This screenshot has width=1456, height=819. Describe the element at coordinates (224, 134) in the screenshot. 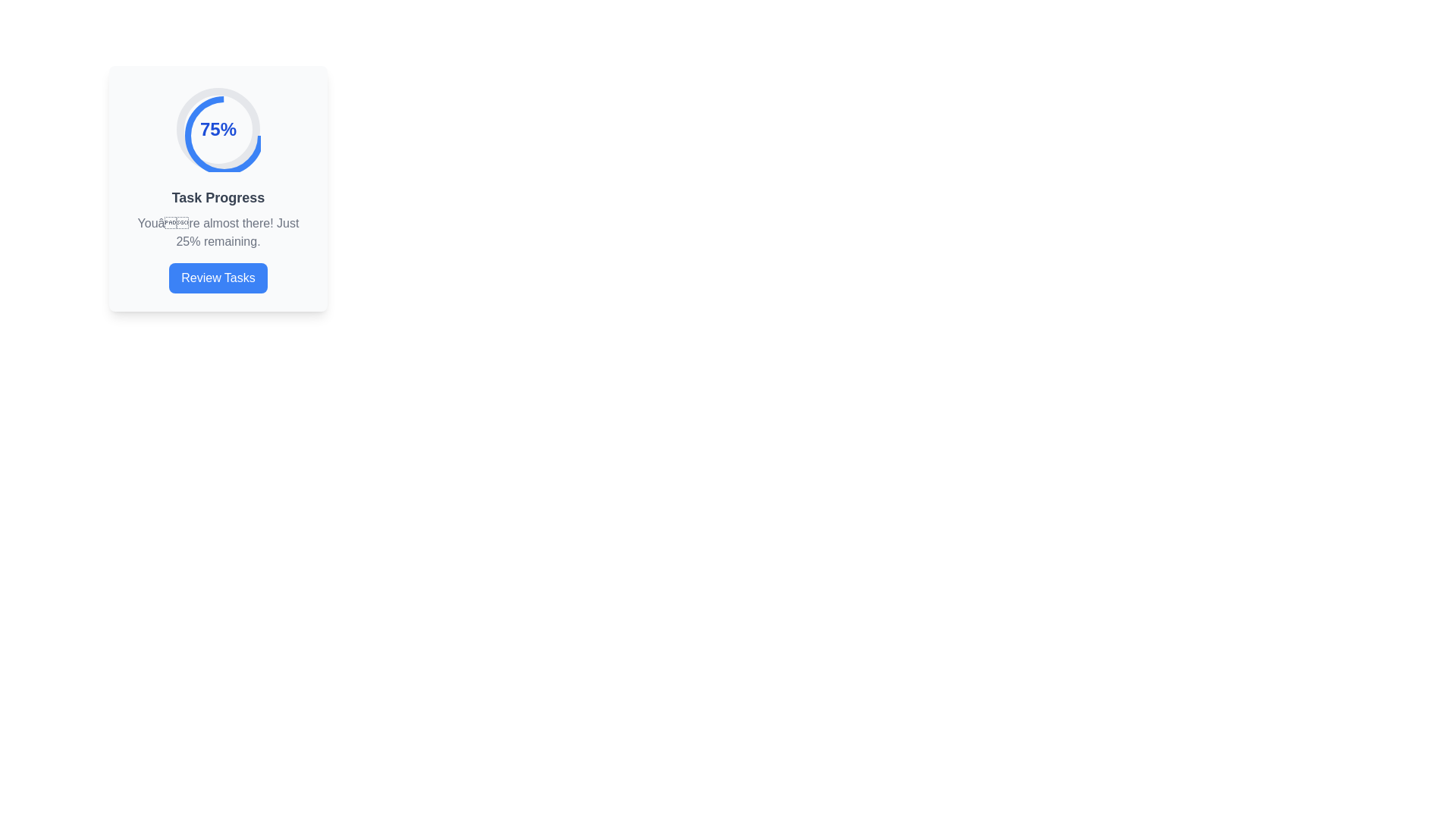

I see `the circular progress indicator which is styled with a blue line on a white background and includes a percentage label inside the circle, located at the center of the card component` at that location.